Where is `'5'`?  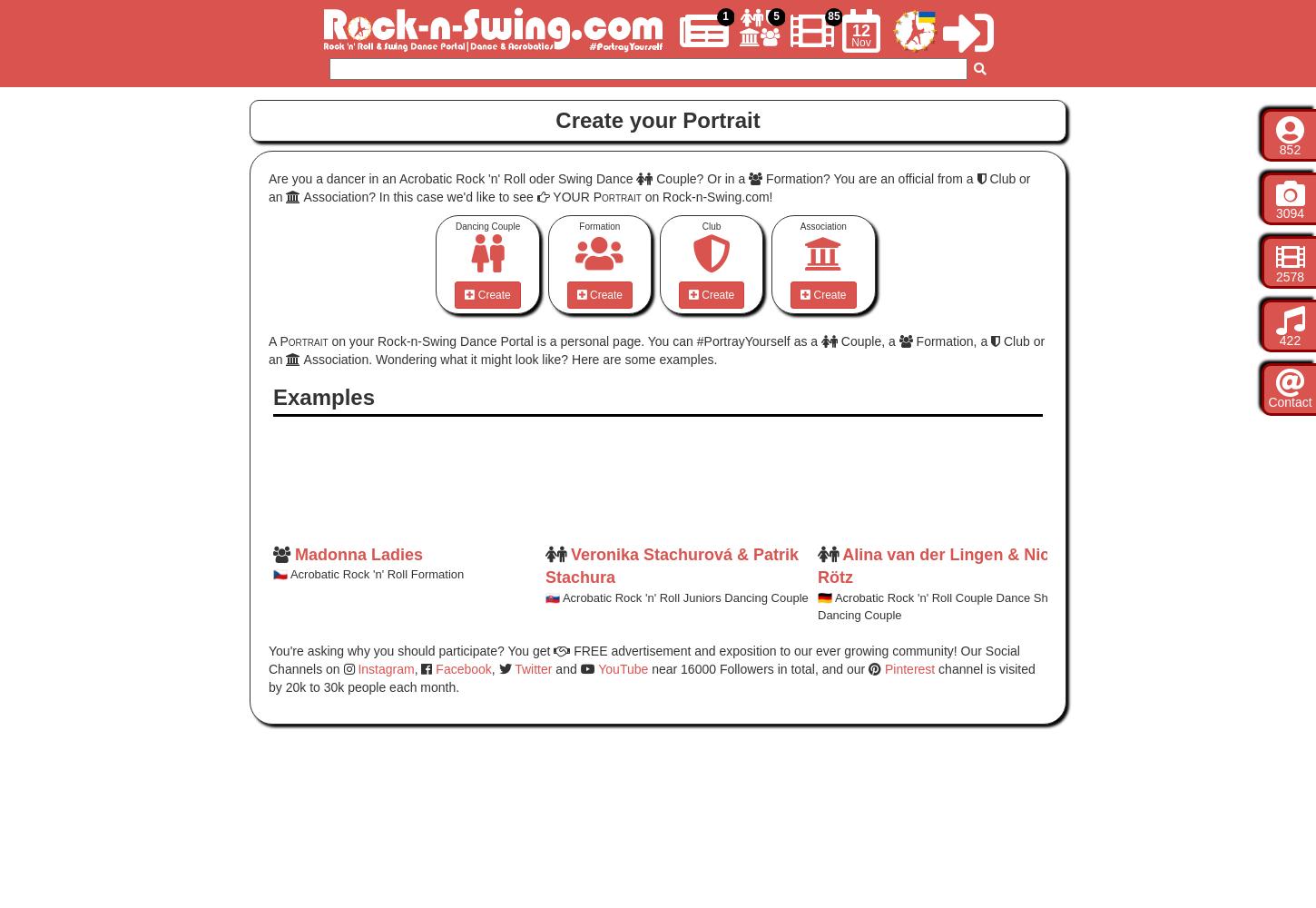 '5' is located at coordinates (772, 16).